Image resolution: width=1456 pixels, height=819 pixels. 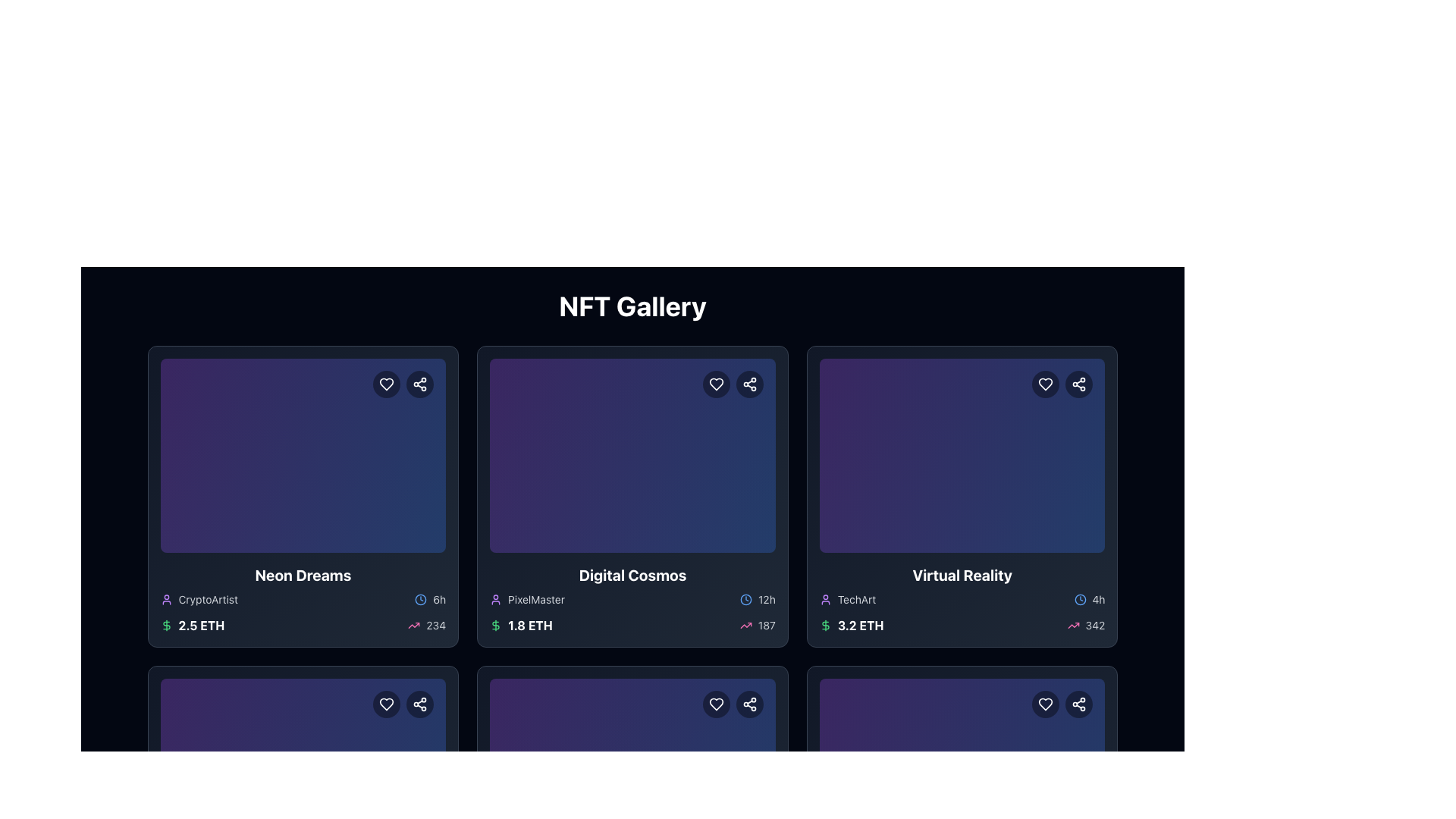 I want to click on the upward trend vector icon located under the 'Neon Dreams' card, so click(x=414, y=626).